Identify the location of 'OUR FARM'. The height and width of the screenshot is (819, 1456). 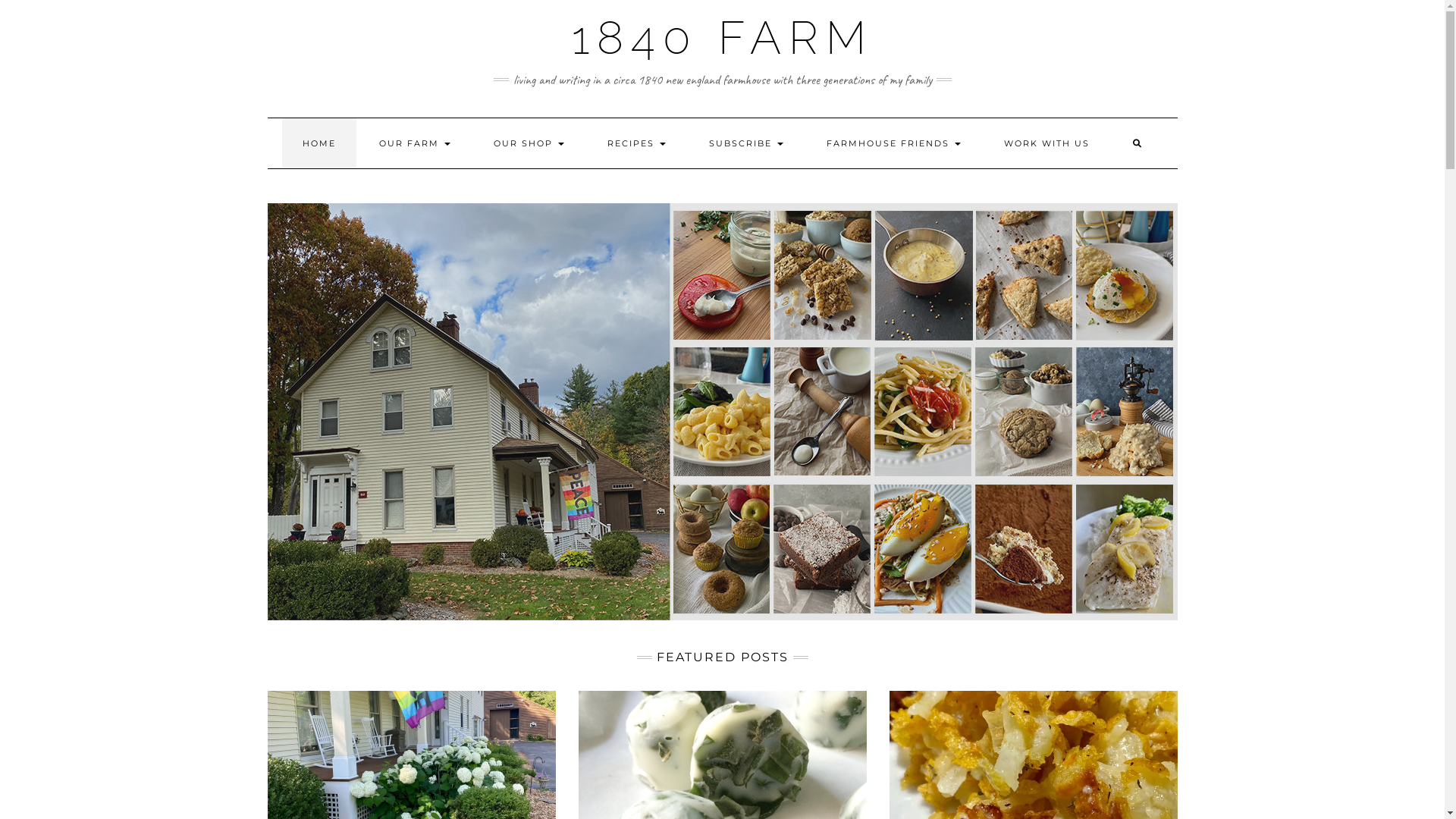
(414, 143).